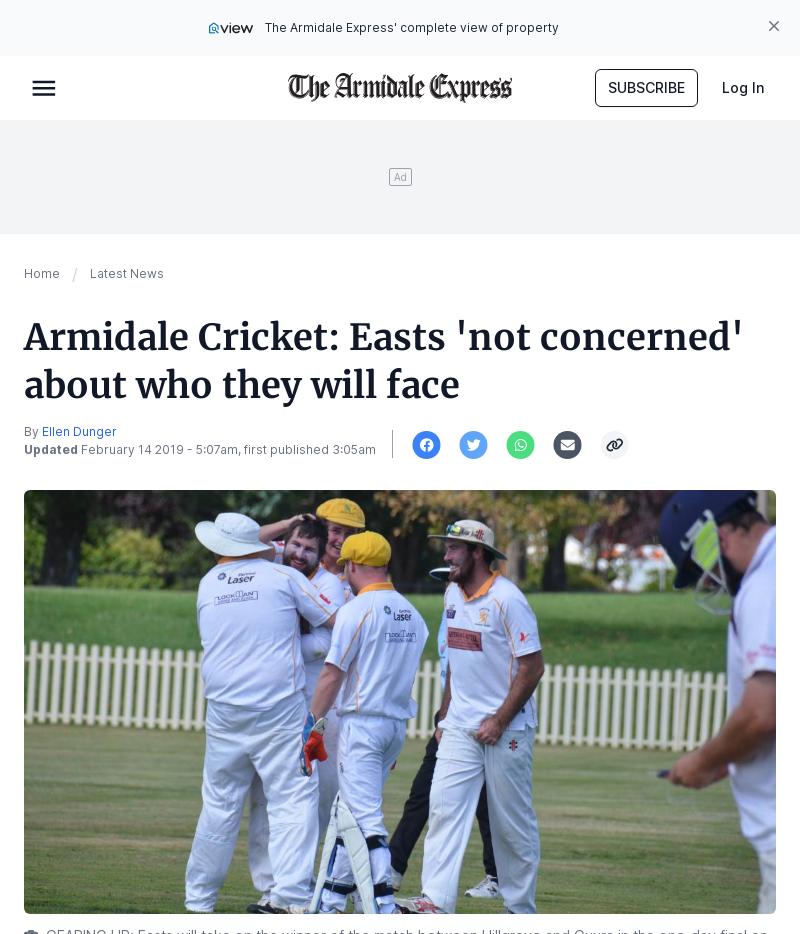 The height and width of the screenshot is (934, 800). What do you see at coordinates (159, 449) in the screenshot?
I see `'February 14 2019 - 5:07am'` at bounding box center [159, 449].